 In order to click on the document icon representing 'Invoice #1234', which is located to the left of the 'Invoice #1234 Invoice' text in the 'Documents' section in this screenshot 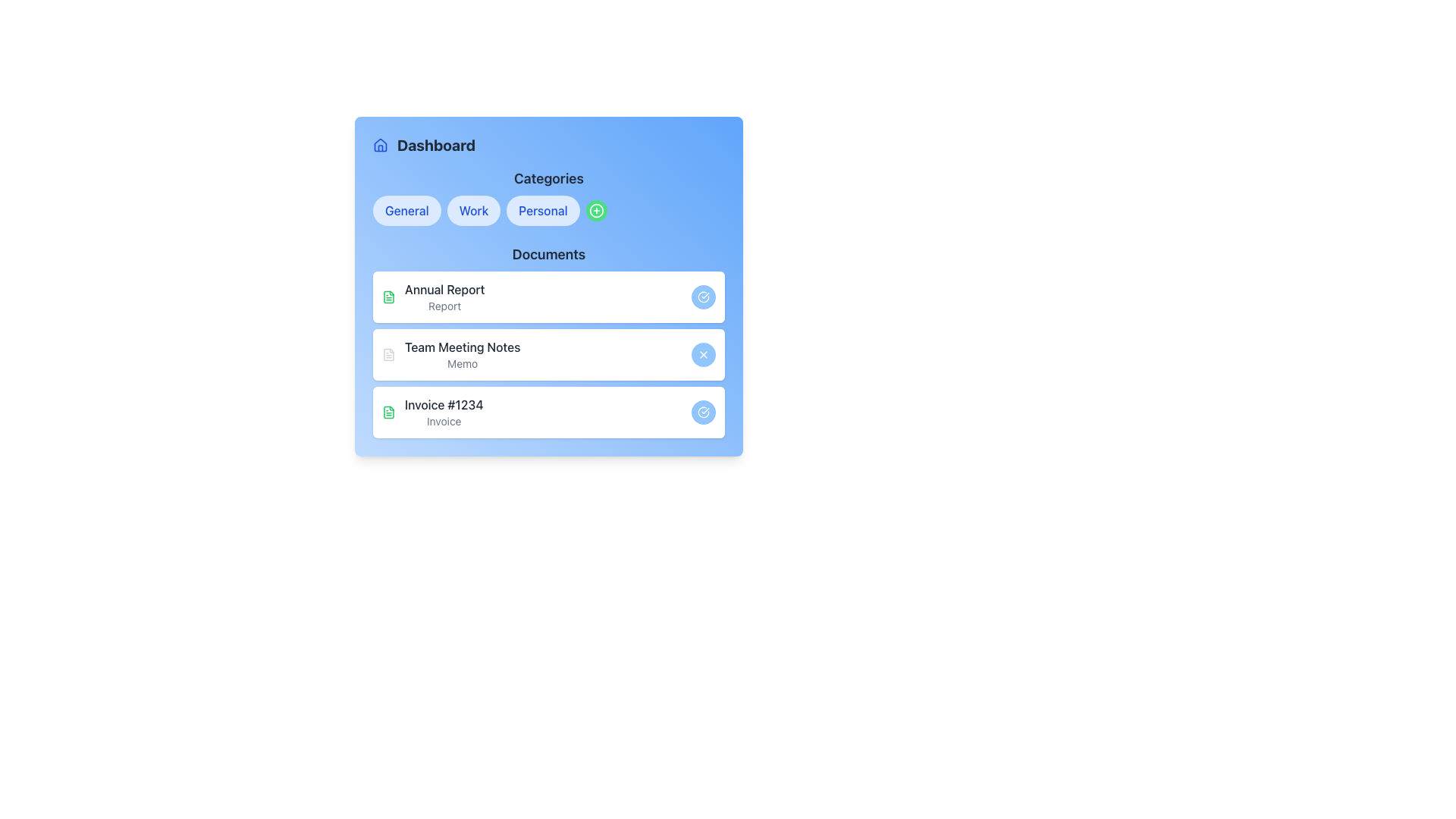, I will do `click(389, 412)`.